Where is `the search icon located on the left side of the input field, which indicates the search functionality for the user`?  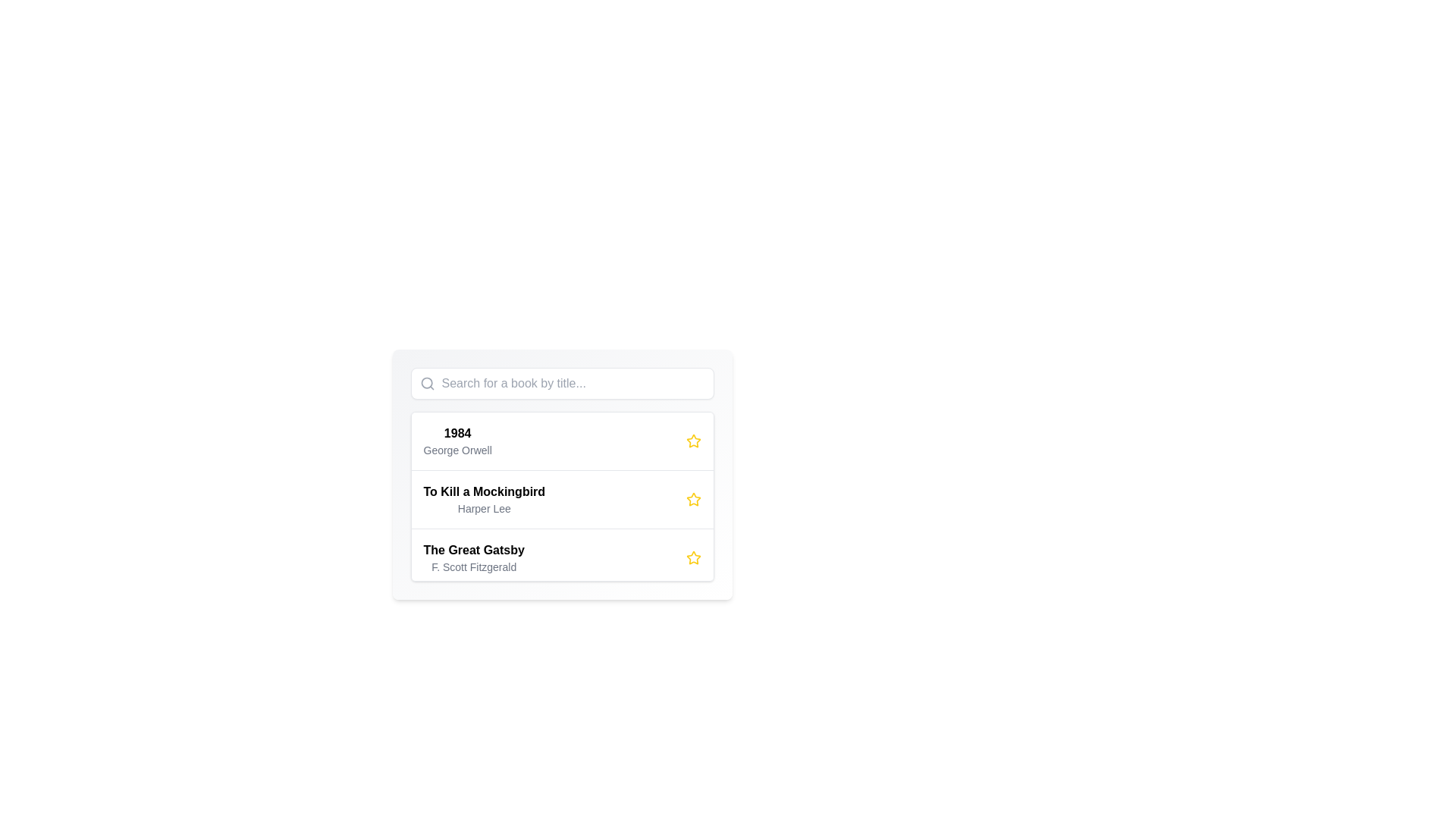 the search icon located on the left side of the input field, which indicates the search functionality for the user is located at coordinates (426, 382).